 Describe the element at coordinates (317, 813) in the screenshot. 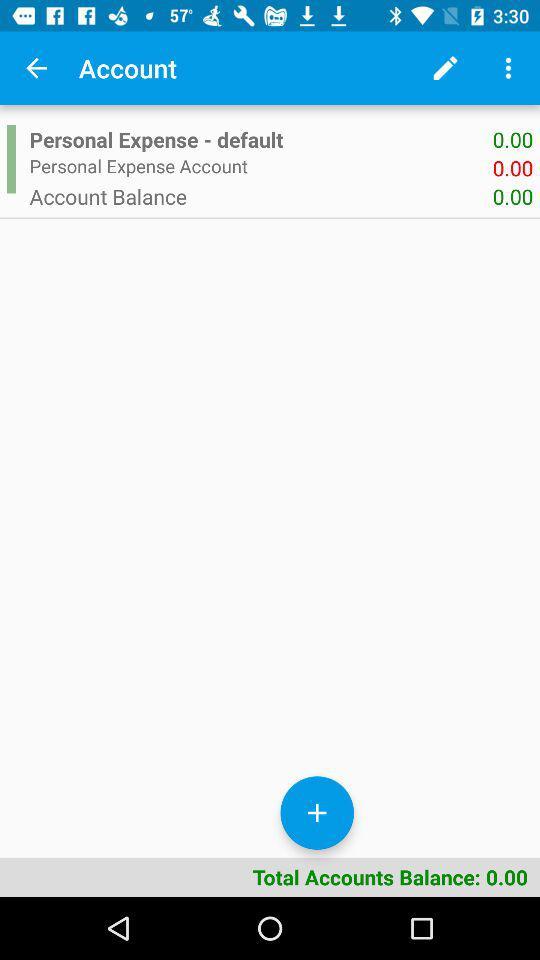

I see `item below the account balance  icon` at that location.